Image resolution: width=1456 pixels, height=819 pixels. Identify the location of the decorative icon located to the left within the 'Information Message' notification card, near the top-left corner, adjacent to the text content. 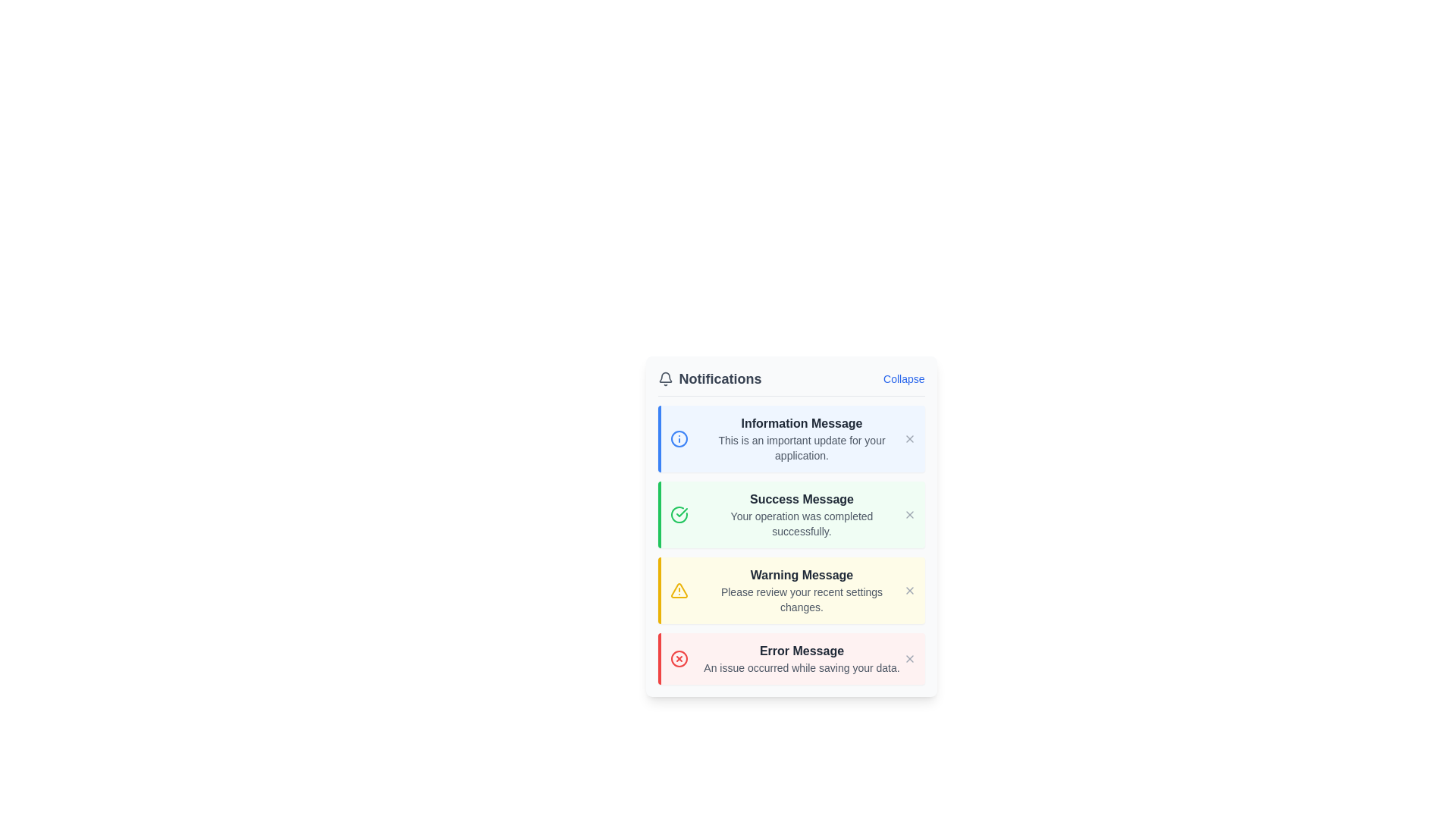
(678, 438).